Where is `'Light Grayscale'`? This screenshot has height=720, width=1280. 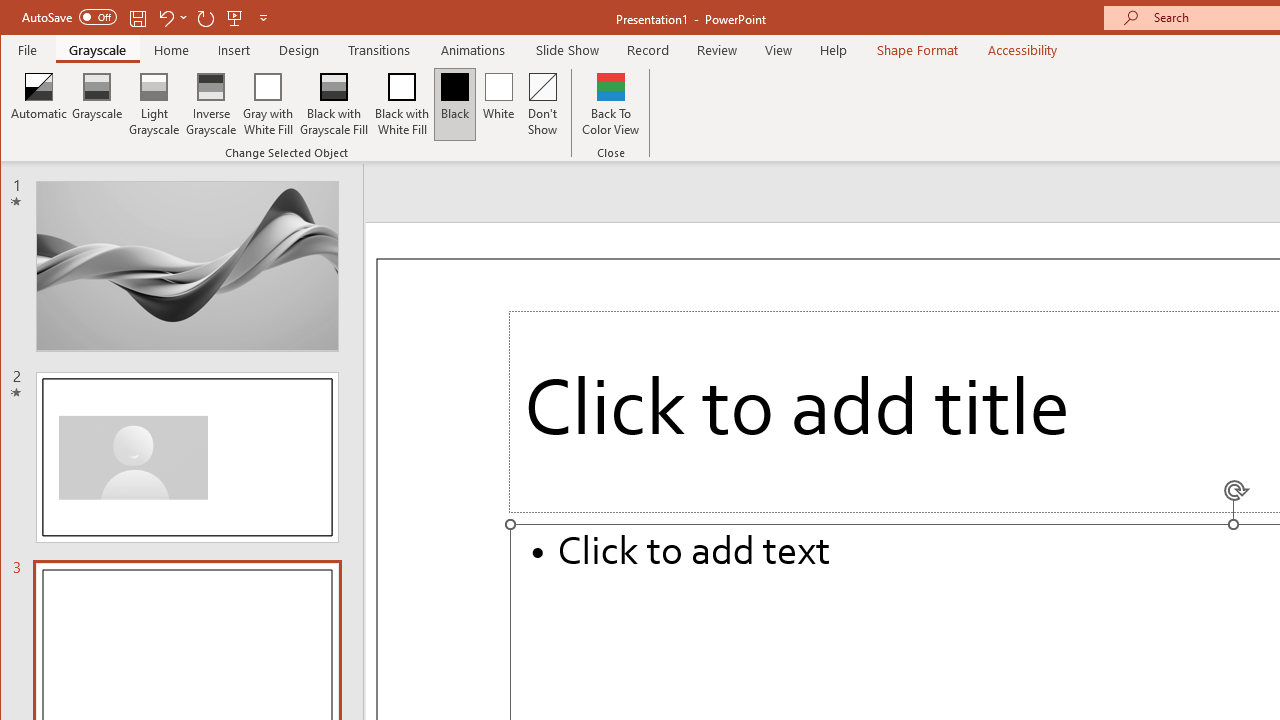 'Light Grayscale' is located at coordinates (153, 104).